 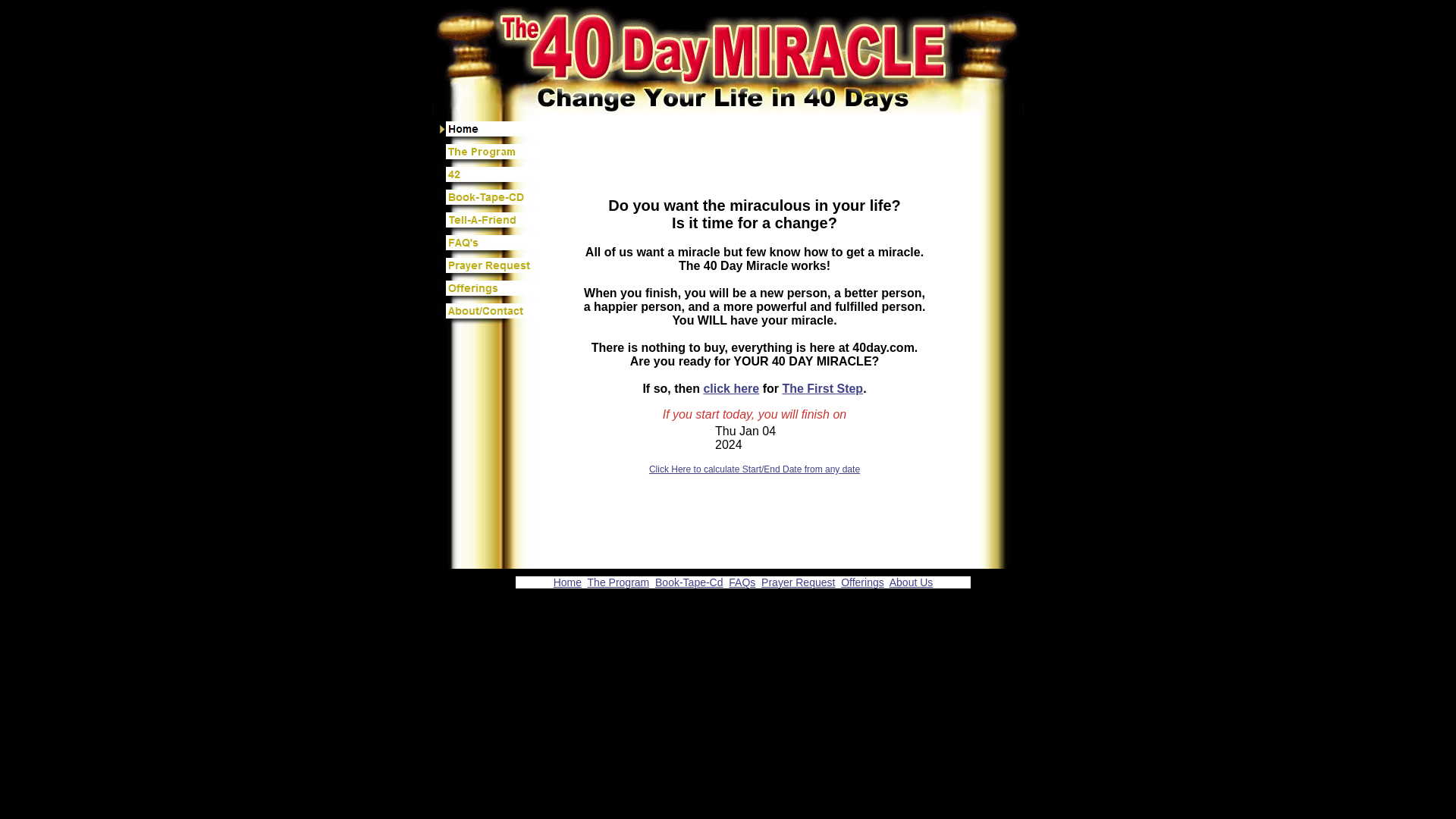 What do you see at coordinates (731, 388) in the screenshot?
I see `'click here'` at bounding box center [731, 388].